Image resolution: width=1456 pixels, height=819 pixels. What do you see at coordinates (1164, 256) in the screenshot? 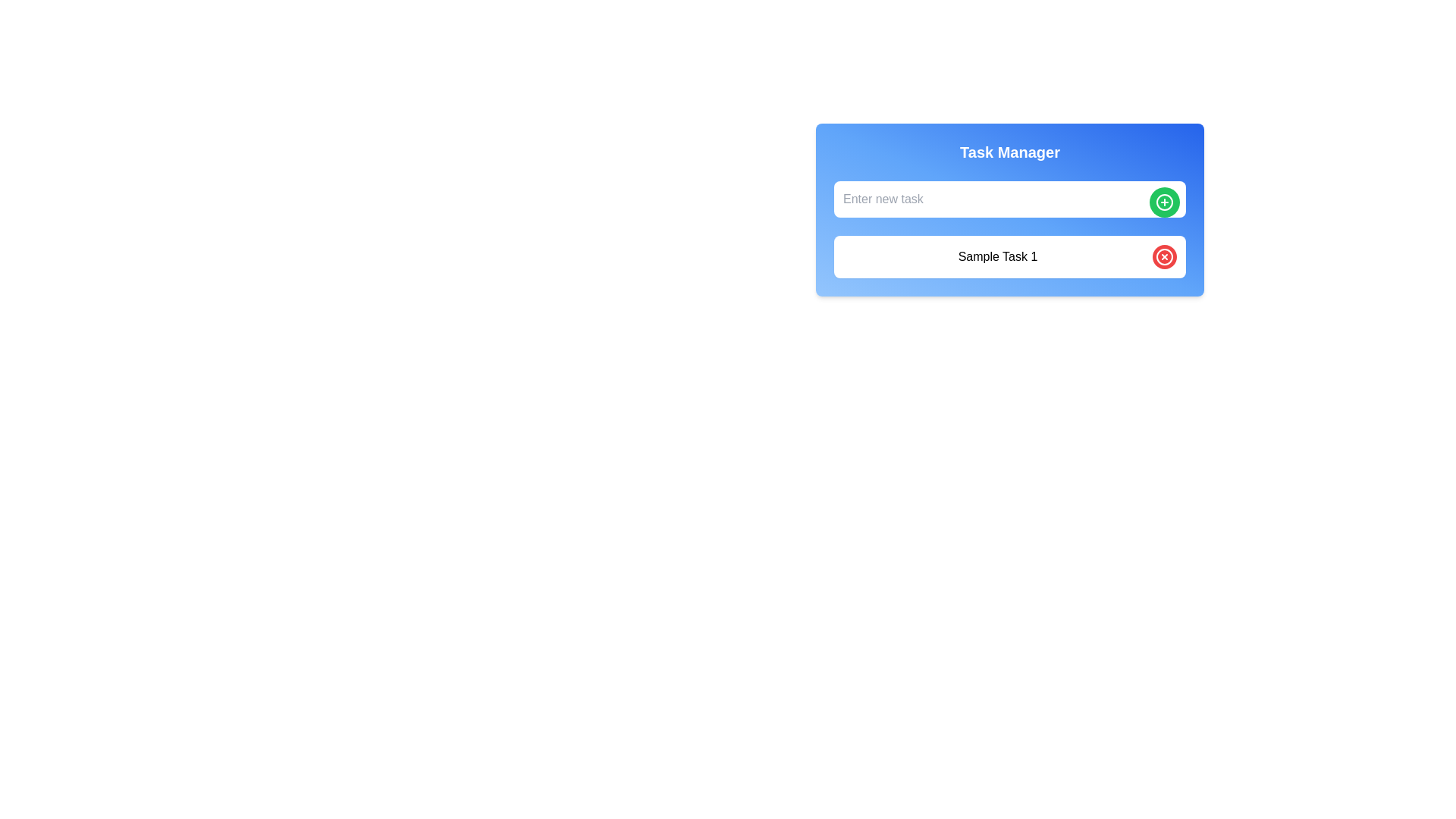
I see `the circular delete button with a red border and white interior, featuring a crossed 'X' design, located at the right end of the task entry row labeled 'Sample Task 1'` at bounding box center [1164, 256].